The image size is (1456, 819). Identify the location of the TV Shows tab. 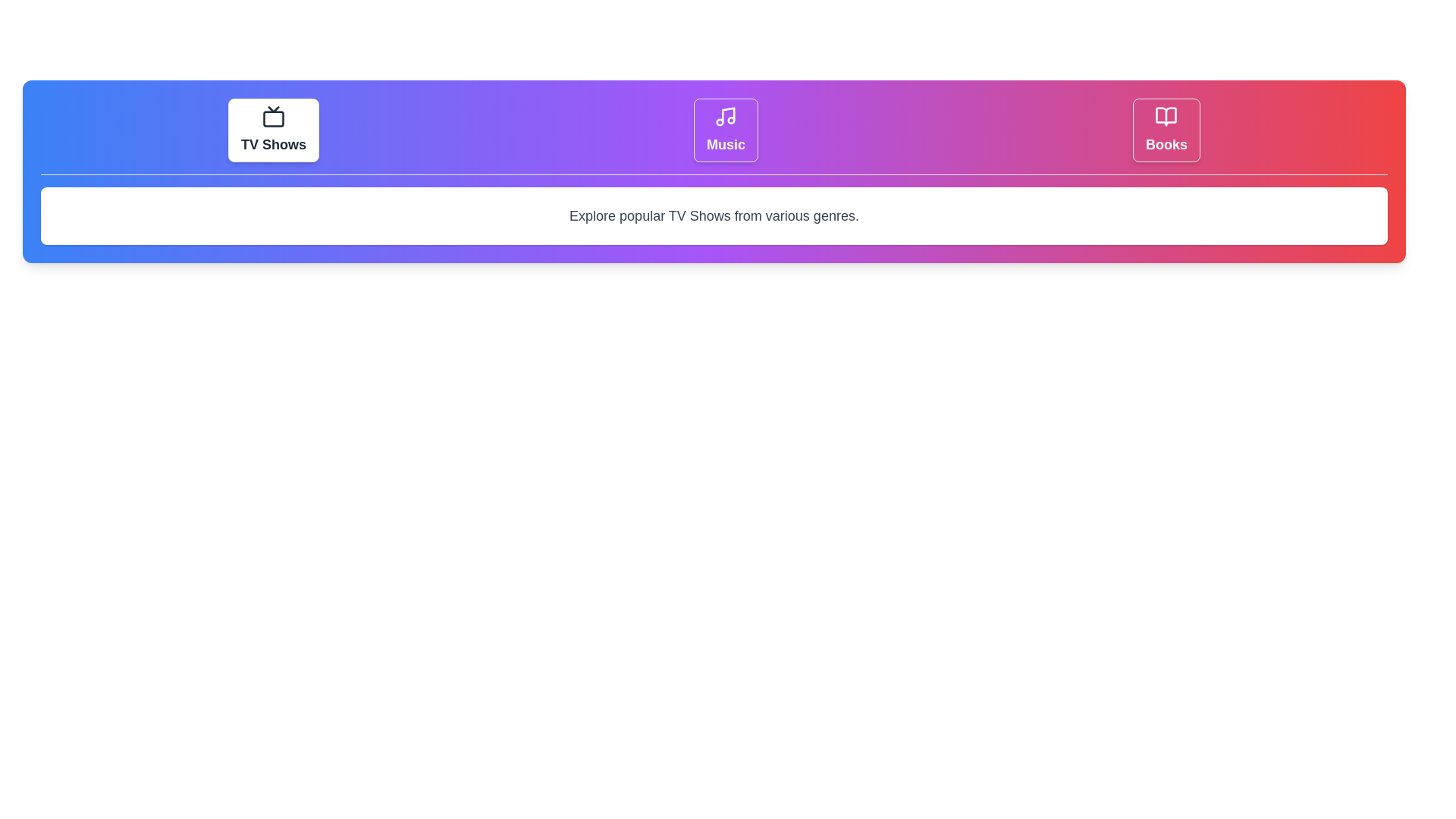
(273, 130).